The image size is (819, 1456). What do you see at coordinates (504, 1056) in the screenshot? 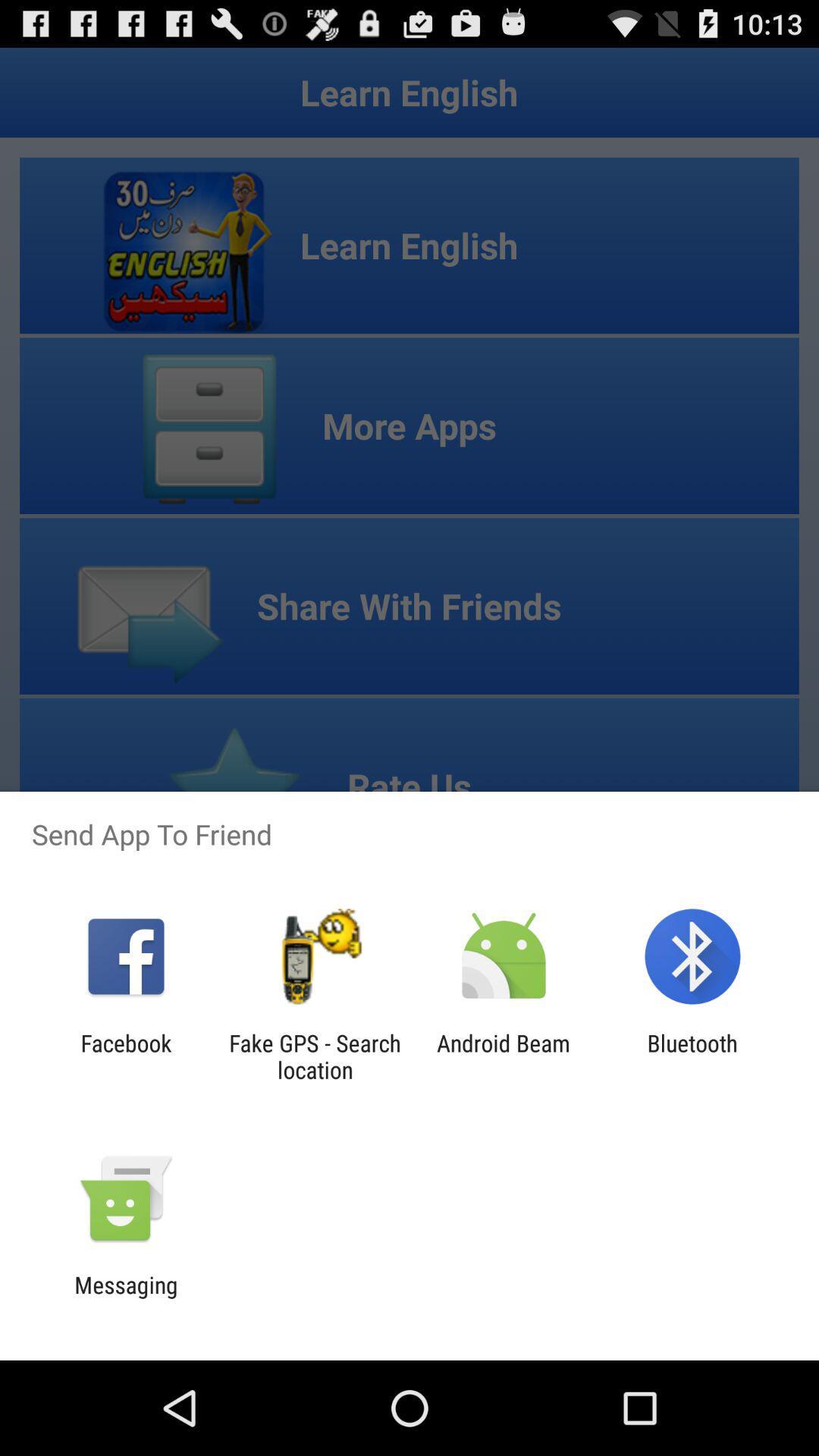
I see `the item to the left of bluetooth icon` at bounding box center [504, 1056].